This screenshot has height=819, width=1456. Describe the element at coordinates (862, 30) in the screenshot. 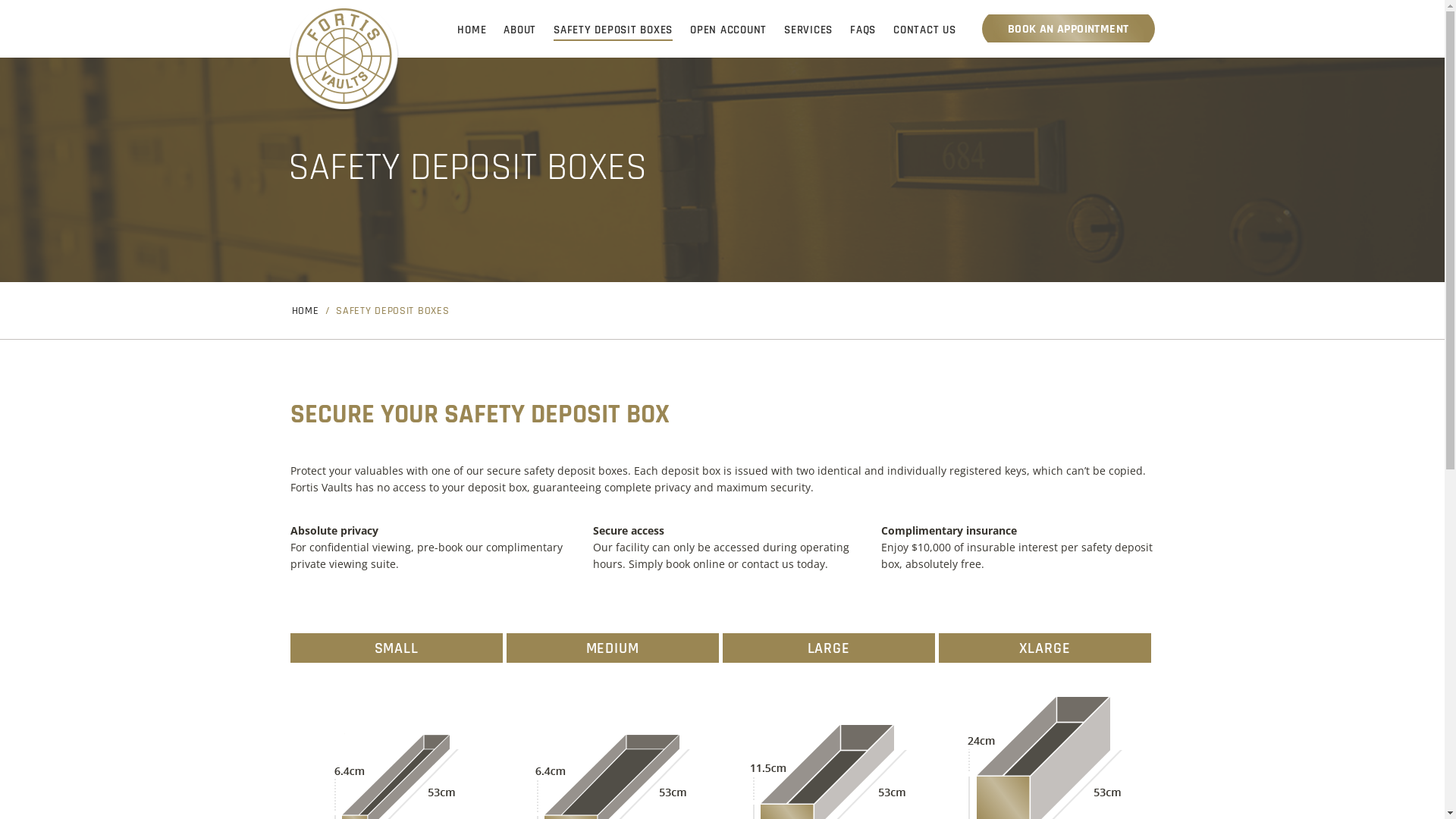

I see `'FAQS'` at that location.